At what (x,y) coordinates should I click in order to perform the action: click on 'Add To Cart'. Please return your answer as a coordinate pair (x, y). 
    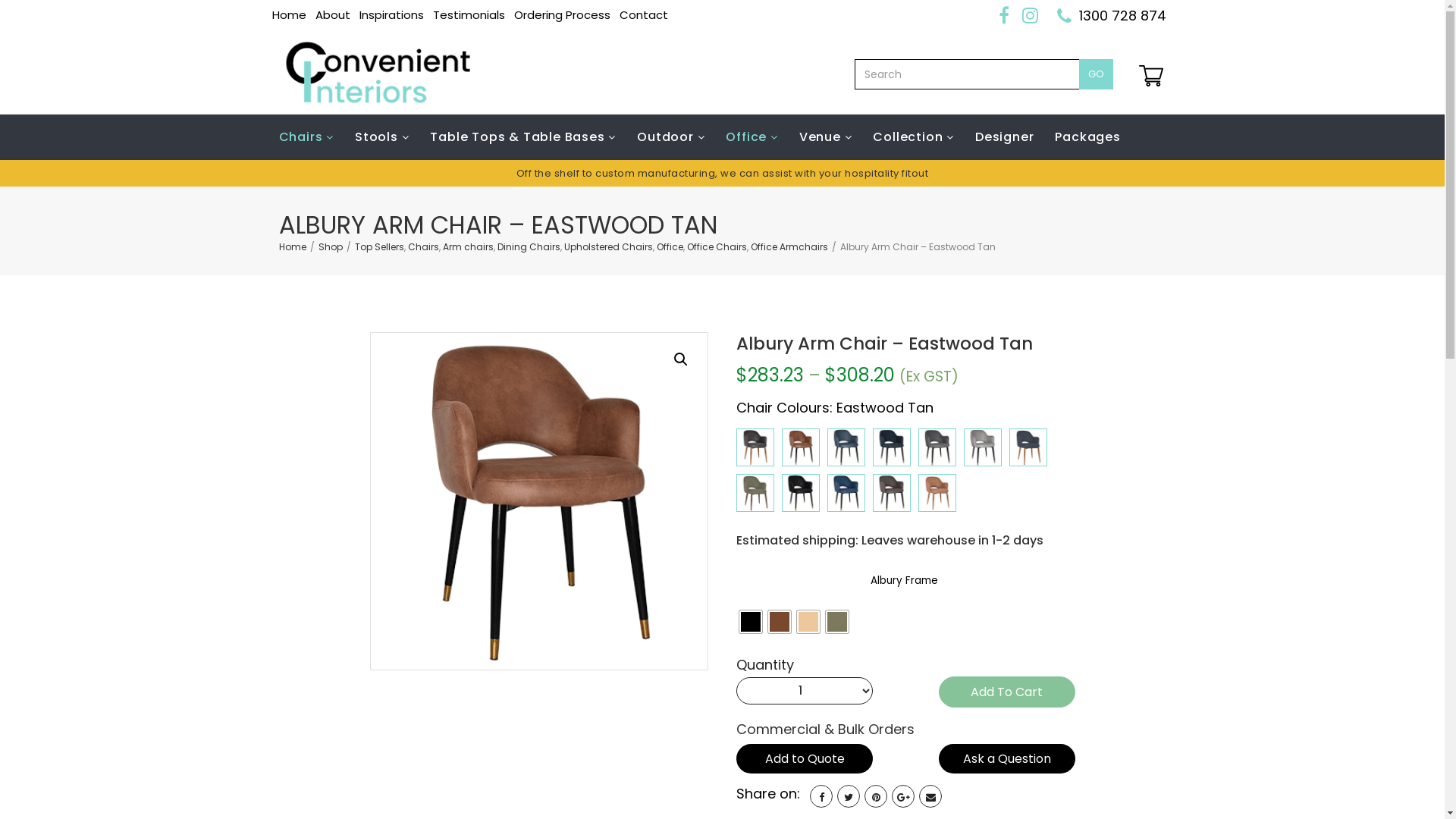
    Looking at the image, I should click on (1007, 692).